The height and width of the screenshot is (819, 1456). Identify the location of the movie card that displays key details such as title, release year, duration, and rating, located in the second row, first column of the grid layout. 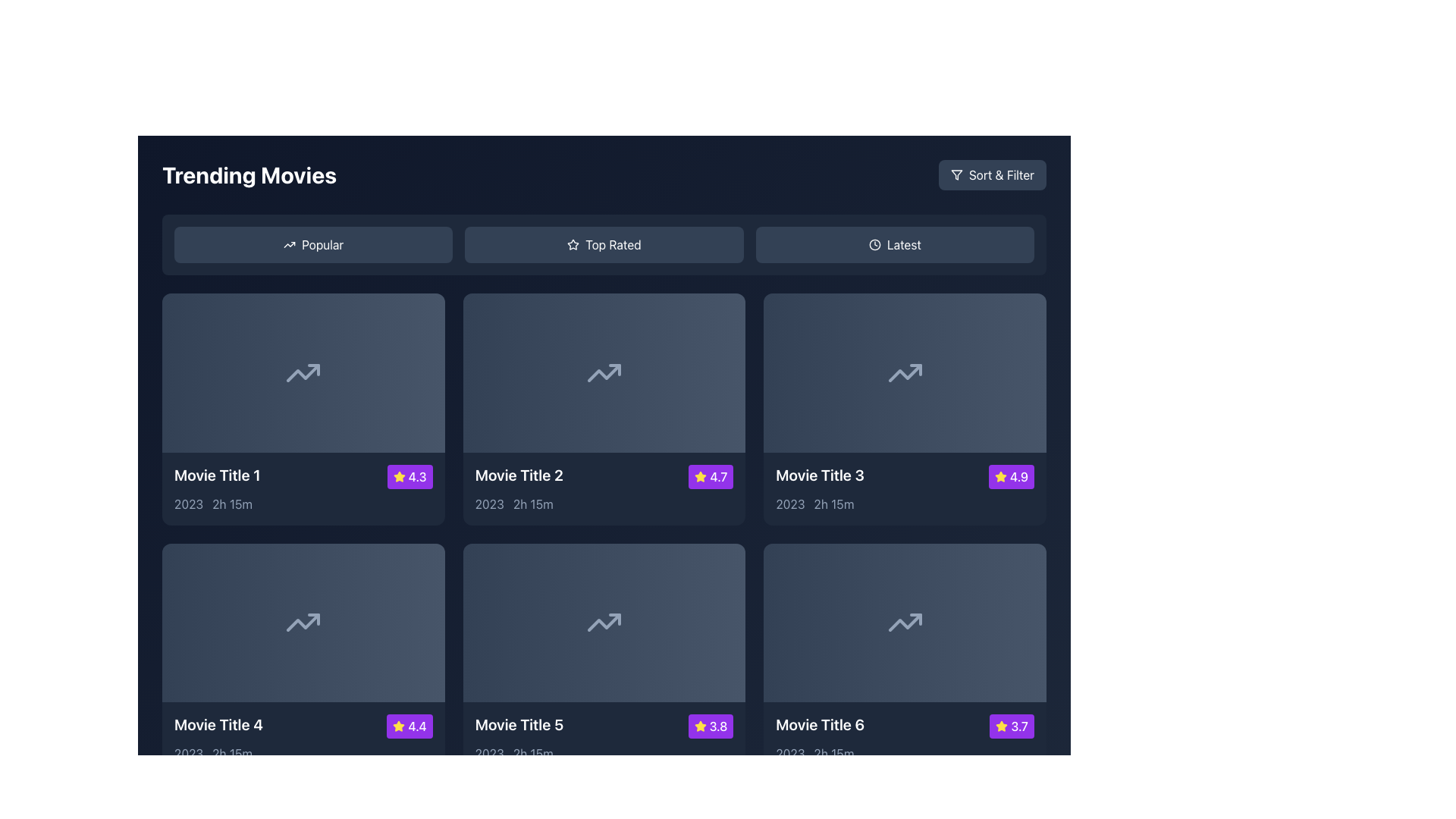
(303, 658).